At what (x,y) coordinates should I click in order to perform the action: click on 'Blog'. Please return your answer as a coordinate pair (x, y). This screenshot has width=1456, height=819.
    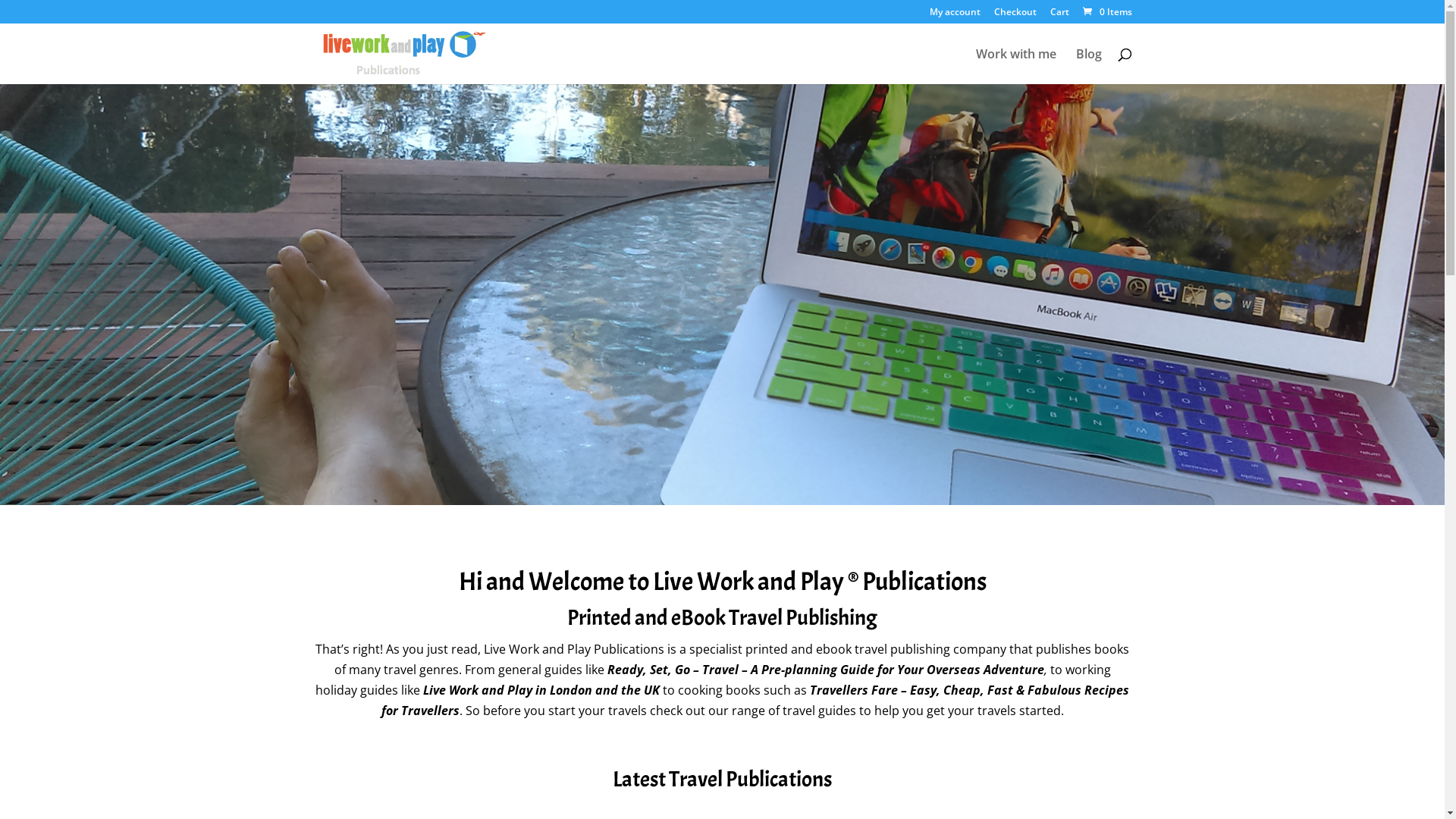
    Looking at the image, I should click on (1087, 65).